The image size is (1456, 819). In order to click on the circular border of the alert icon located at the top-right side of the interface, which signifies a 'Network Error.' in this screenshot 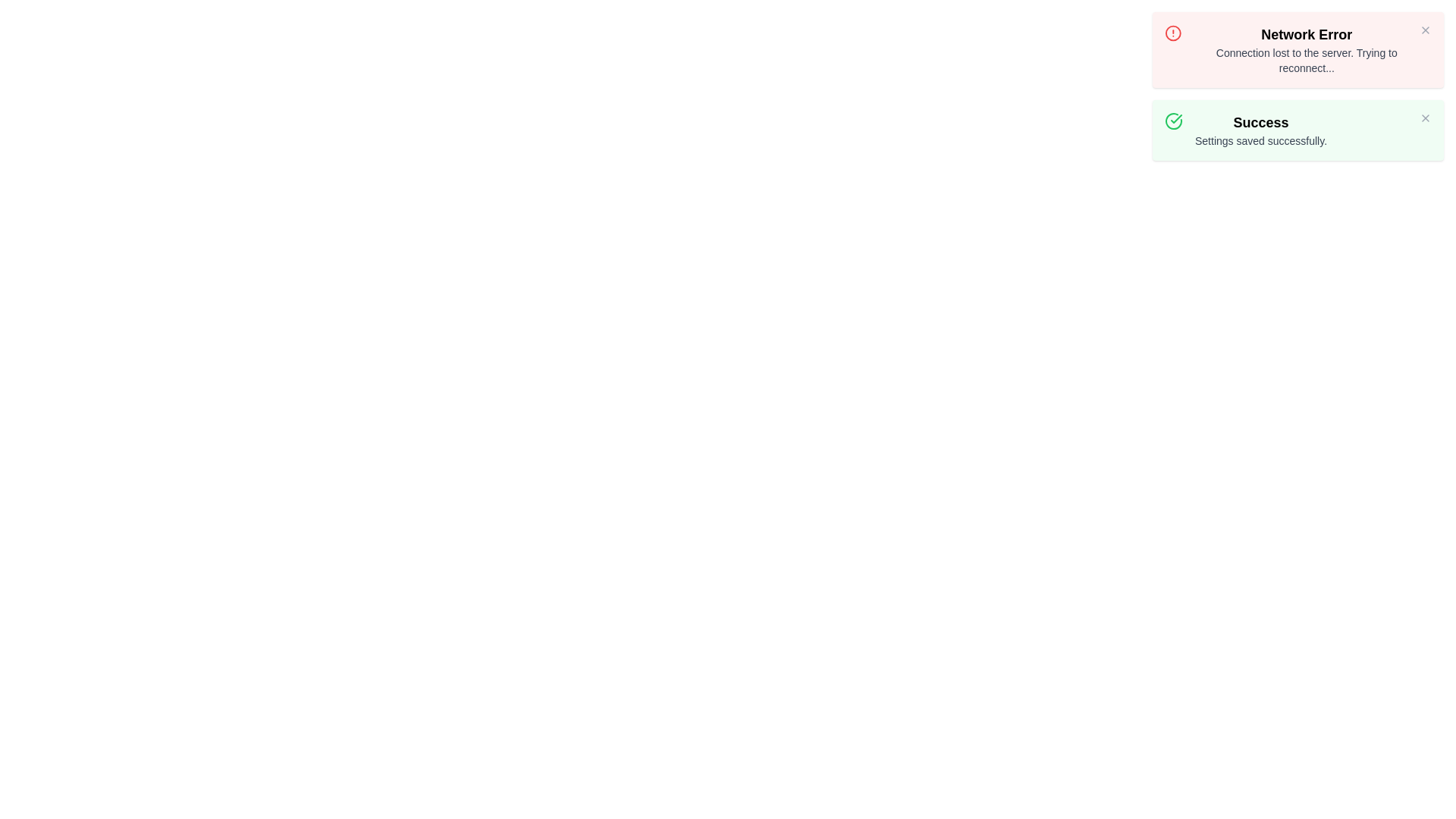, I will do `click(1172, 33)`.